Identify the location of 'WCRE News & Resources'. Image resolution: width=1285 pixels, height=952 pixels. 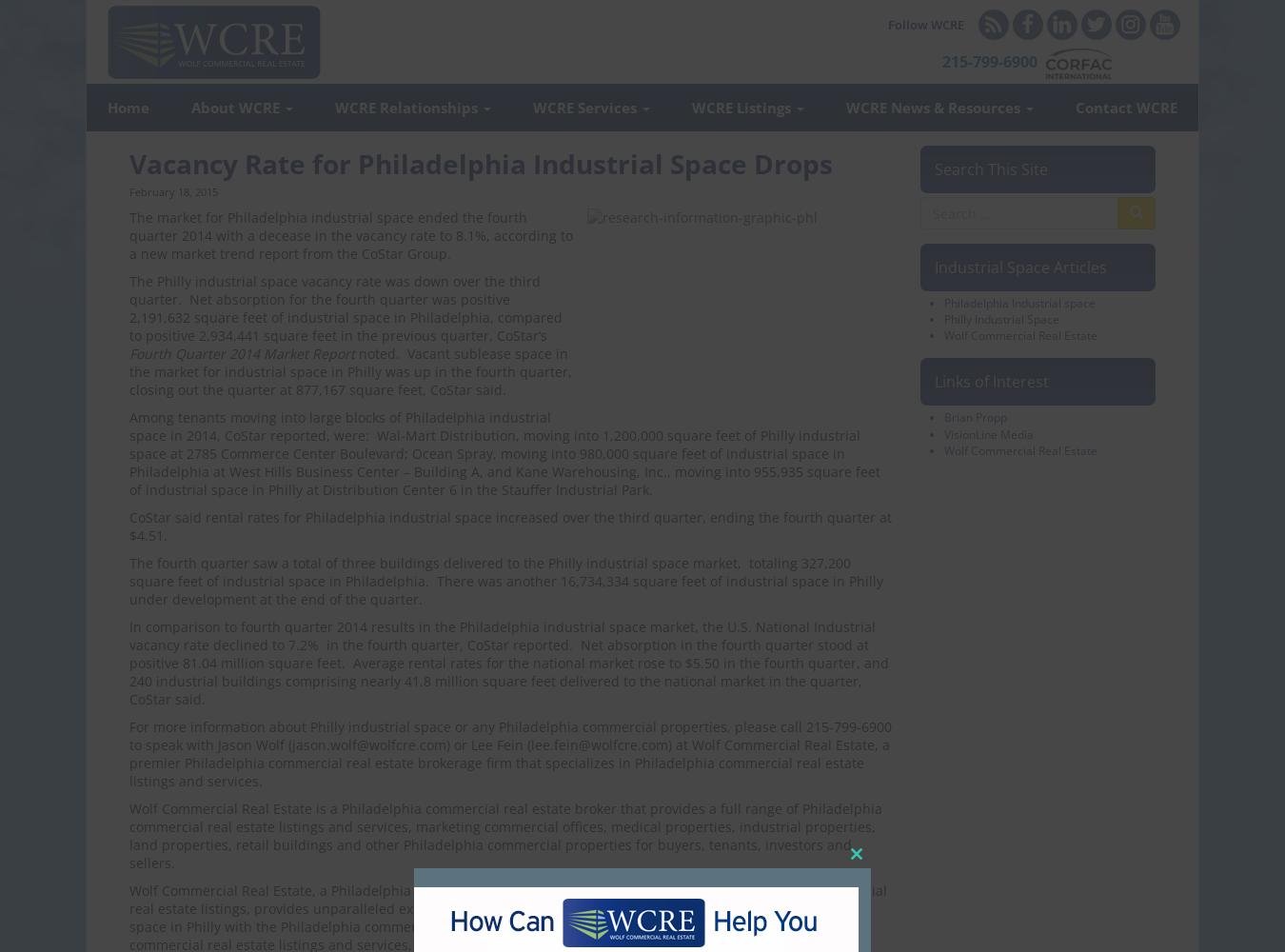
(934, 107).